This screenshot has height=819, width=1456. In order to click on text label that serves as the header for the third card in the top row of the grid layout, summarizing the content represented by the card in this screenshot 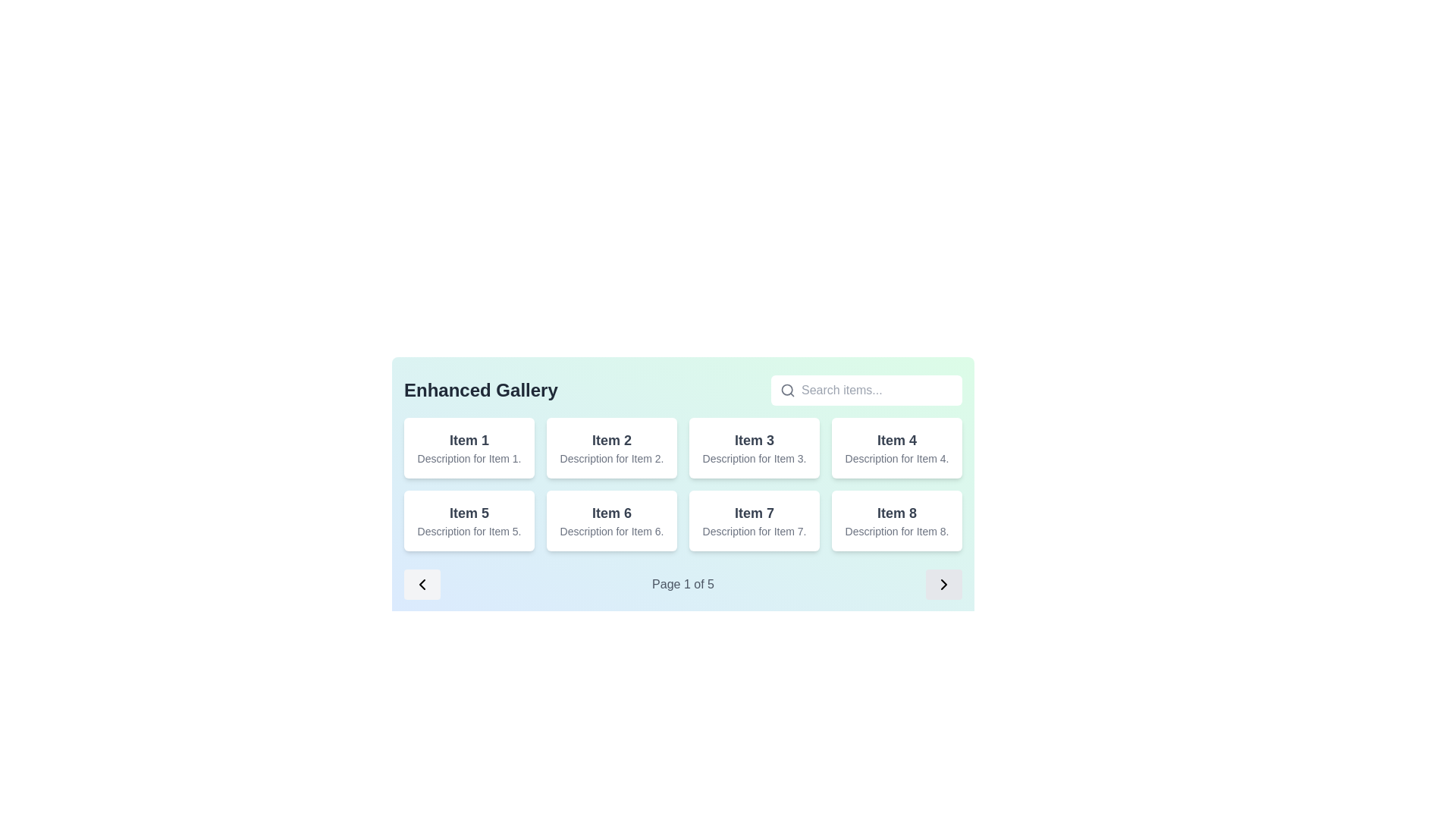, I will do `click(754, 441)`.